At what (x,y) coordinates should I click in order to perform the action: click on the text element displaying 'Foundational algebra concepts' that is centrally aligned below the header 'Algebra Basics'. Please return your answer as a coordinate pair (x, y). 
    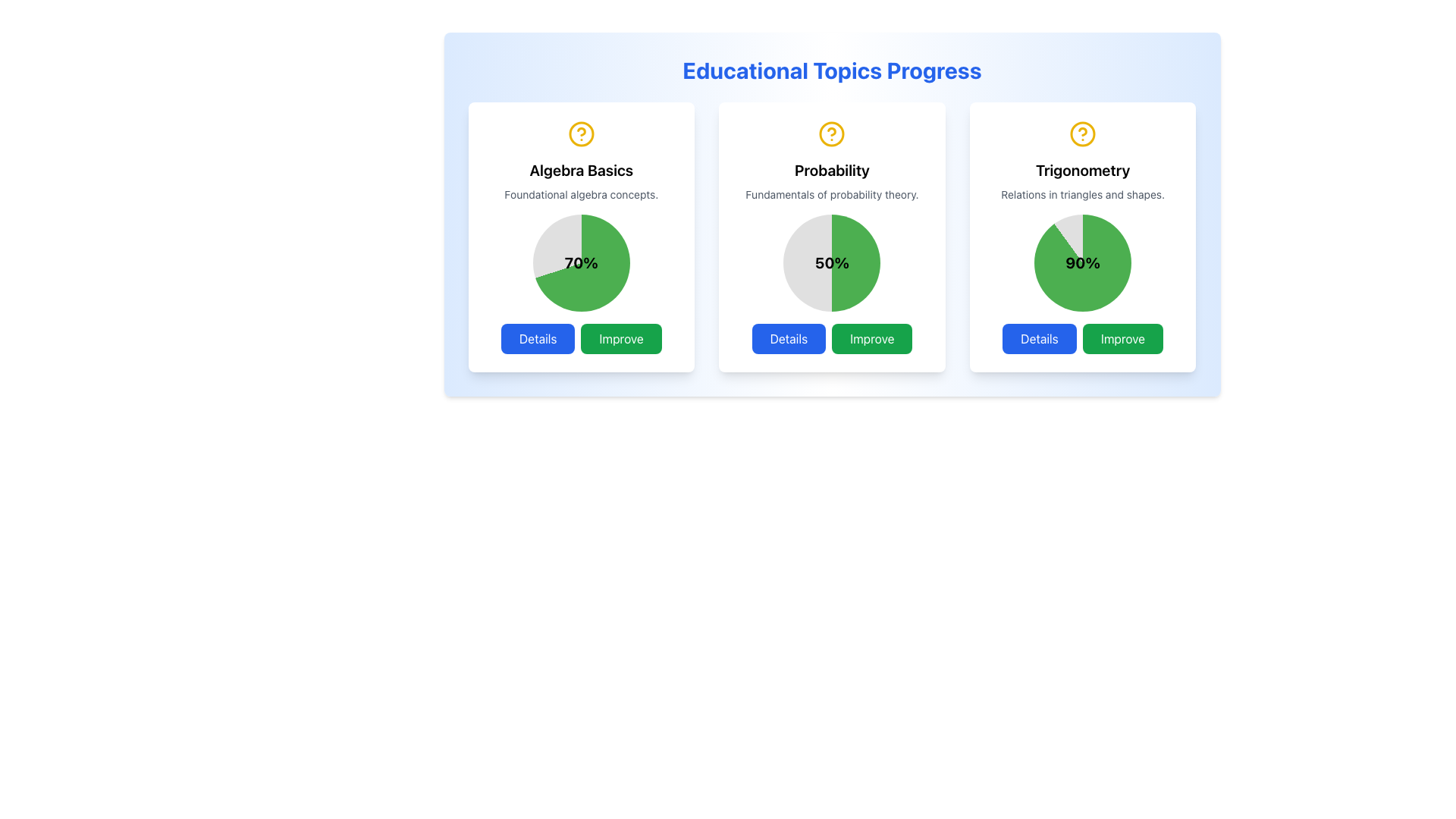
    Looking at the image, I should click on (580, 194).